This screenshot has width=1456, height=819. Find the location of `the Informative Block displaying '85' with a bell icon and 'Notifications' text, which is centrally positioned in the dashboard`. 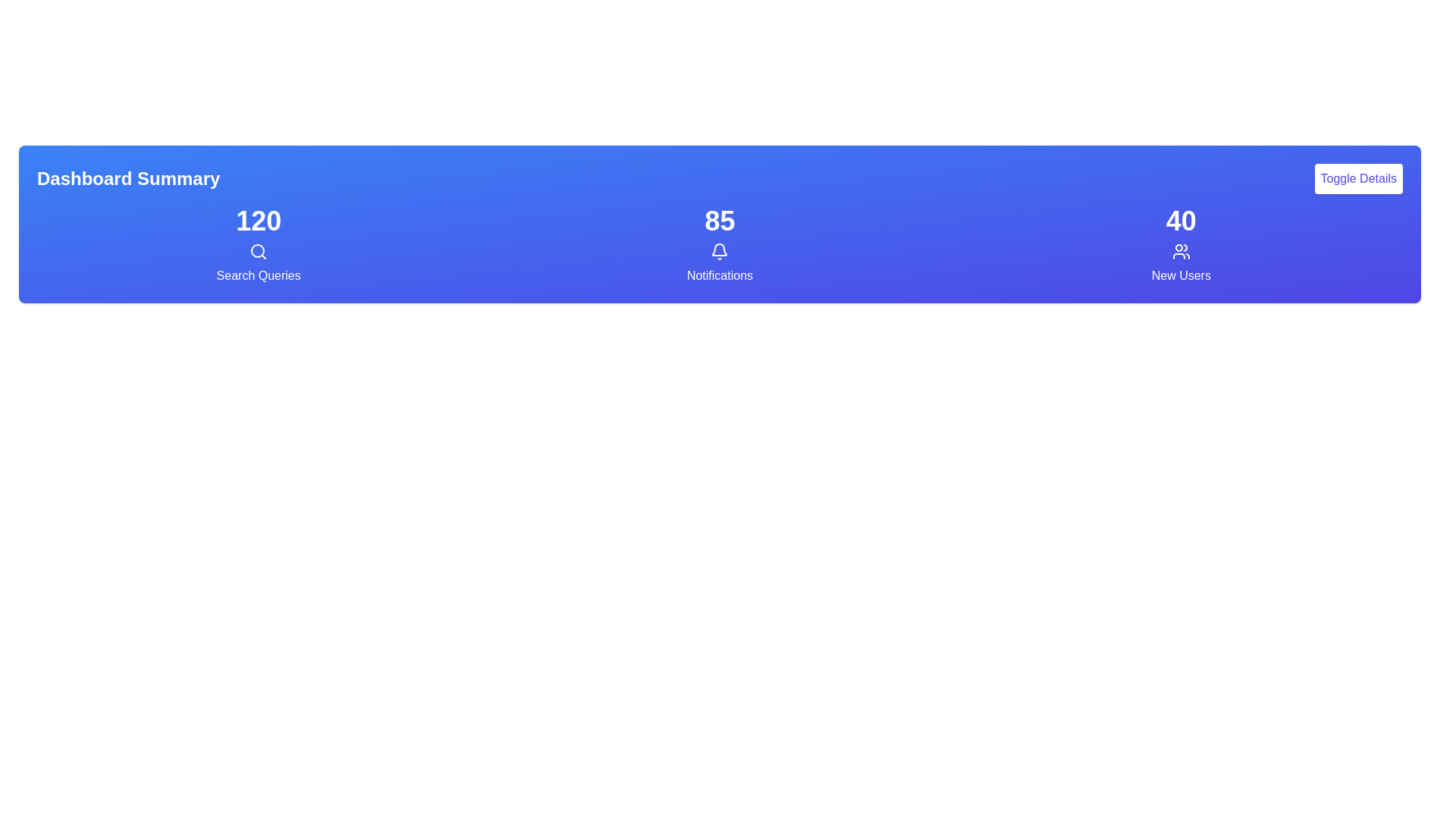

the Informative Block displaying '85' with a bell icon and 'Notifications' text, which is centrally positioned in the dashboard is located at coordinates (719, 245).